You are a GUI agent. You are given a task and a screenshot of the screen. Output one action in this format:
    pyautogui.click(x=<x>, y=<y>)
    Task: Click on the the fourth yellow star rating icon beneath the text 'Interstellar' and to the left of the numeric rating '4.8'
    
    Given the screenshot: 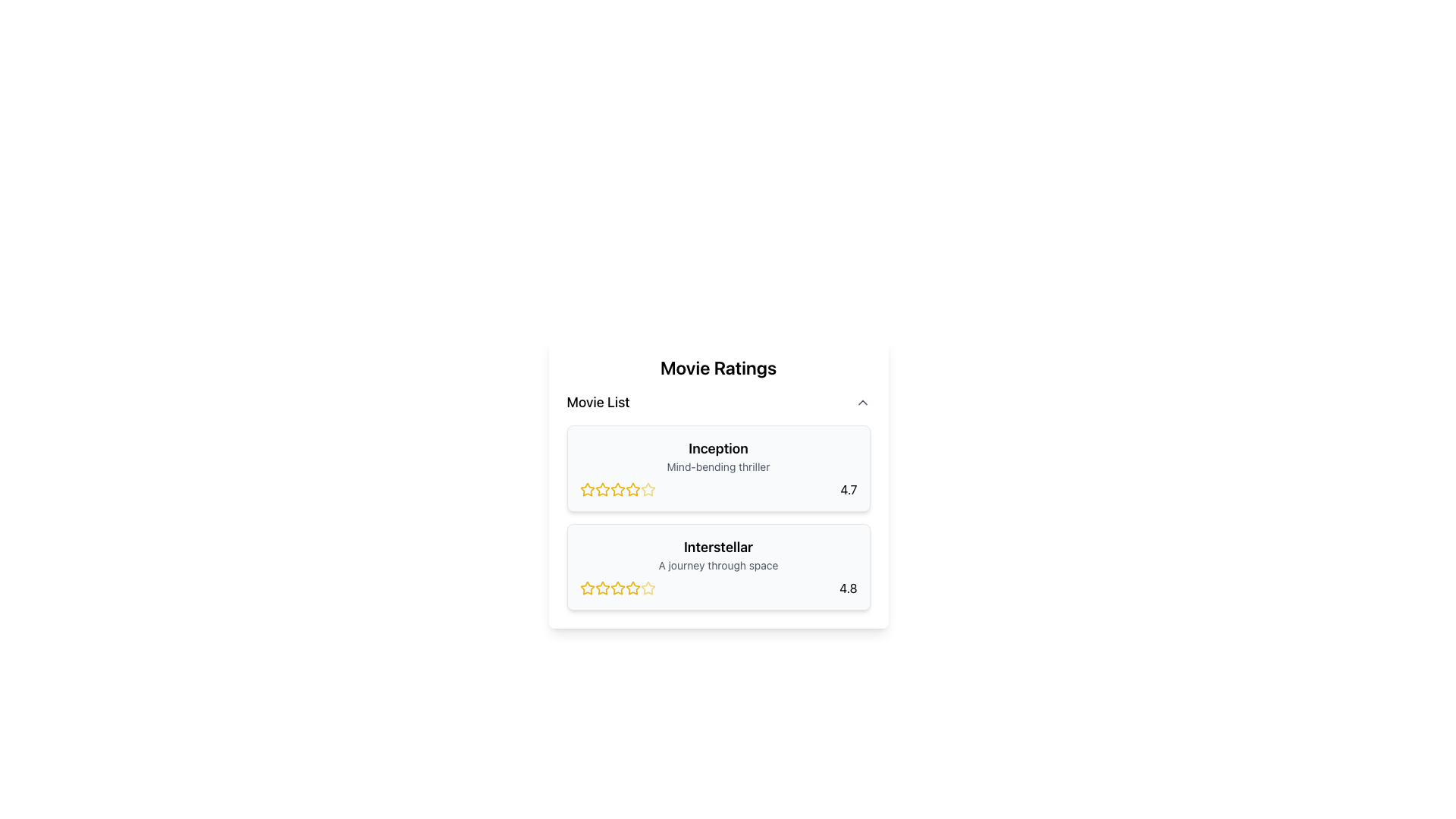 What is the action you would take?
    pyautogui.click(x=632, y=587)
    